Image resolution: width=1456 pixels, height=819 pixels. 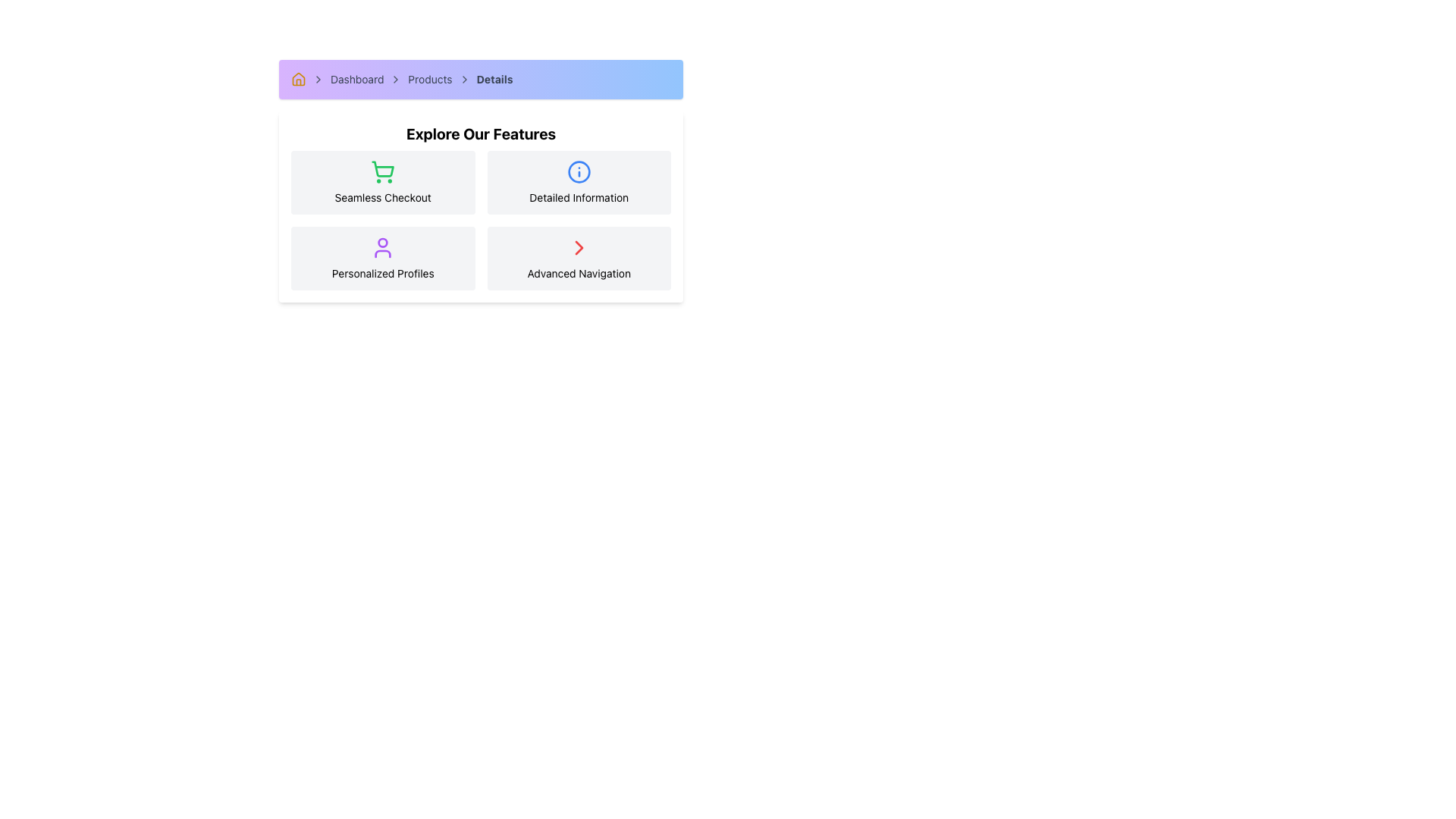 What do you see at coordinates (578, 181) in the screenshot?
I see `the 'Detailed Information' informational card located in the second position of the top row in the 2x2 grid layout` at bounding box center [578, 181].